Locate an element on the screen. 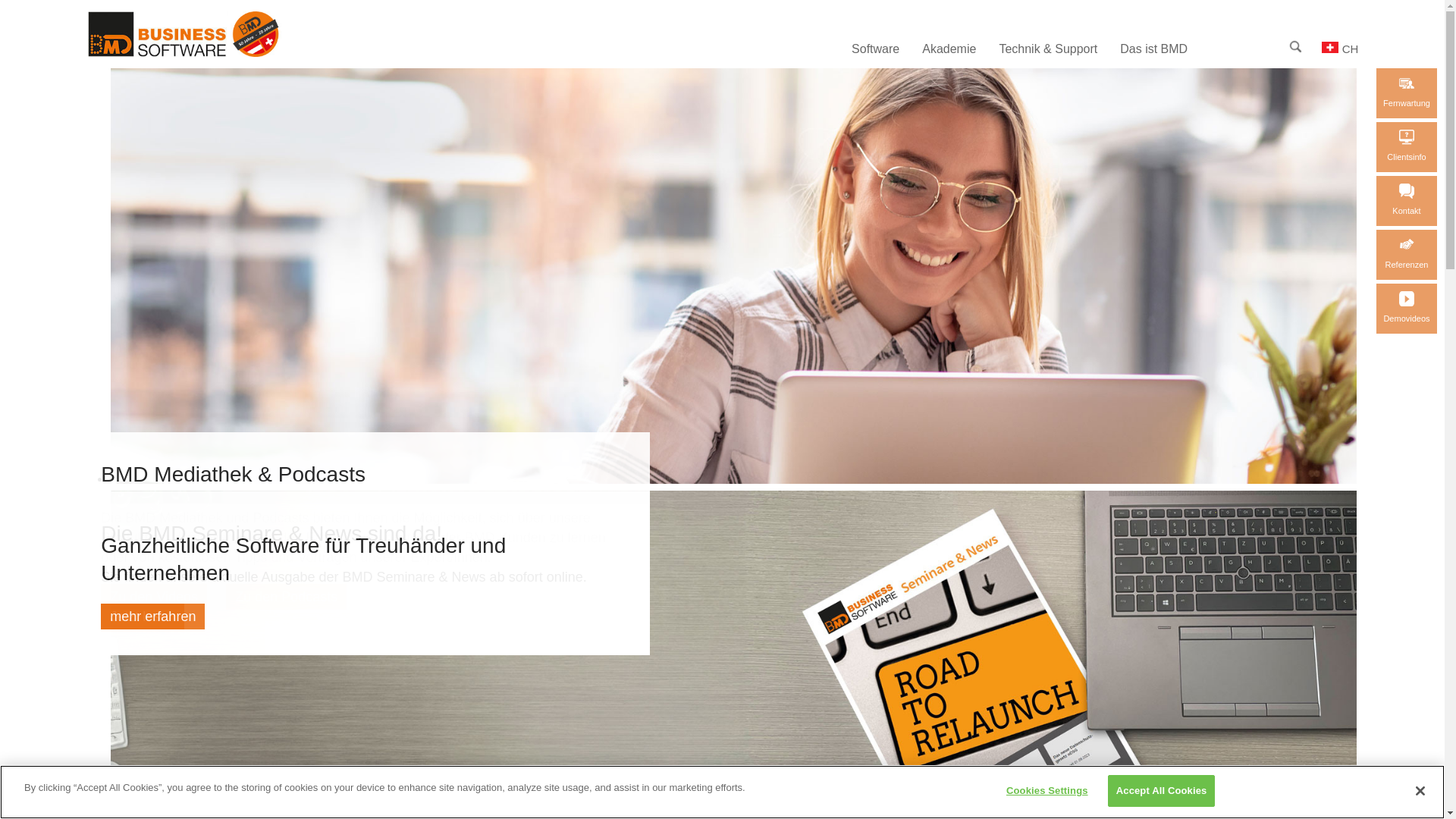 The height and width of the screenshot is (819, 1456). 'Das ist BMD' is located at coordinates (1109, 49).